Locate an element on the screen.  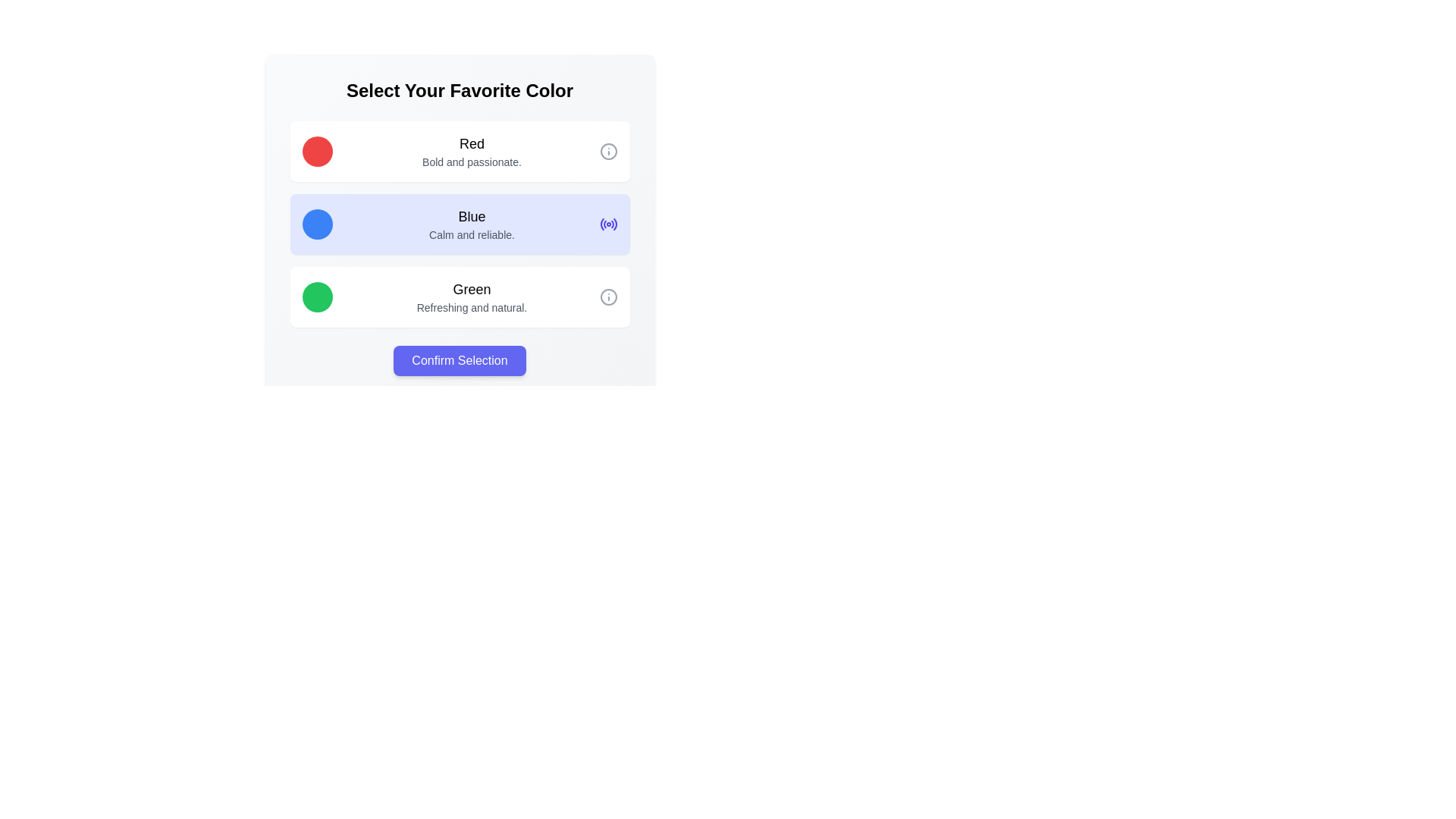
details associated with the SVG circle component that indicates 'Green' in the color selection interface is located at coordinates (608, 152).